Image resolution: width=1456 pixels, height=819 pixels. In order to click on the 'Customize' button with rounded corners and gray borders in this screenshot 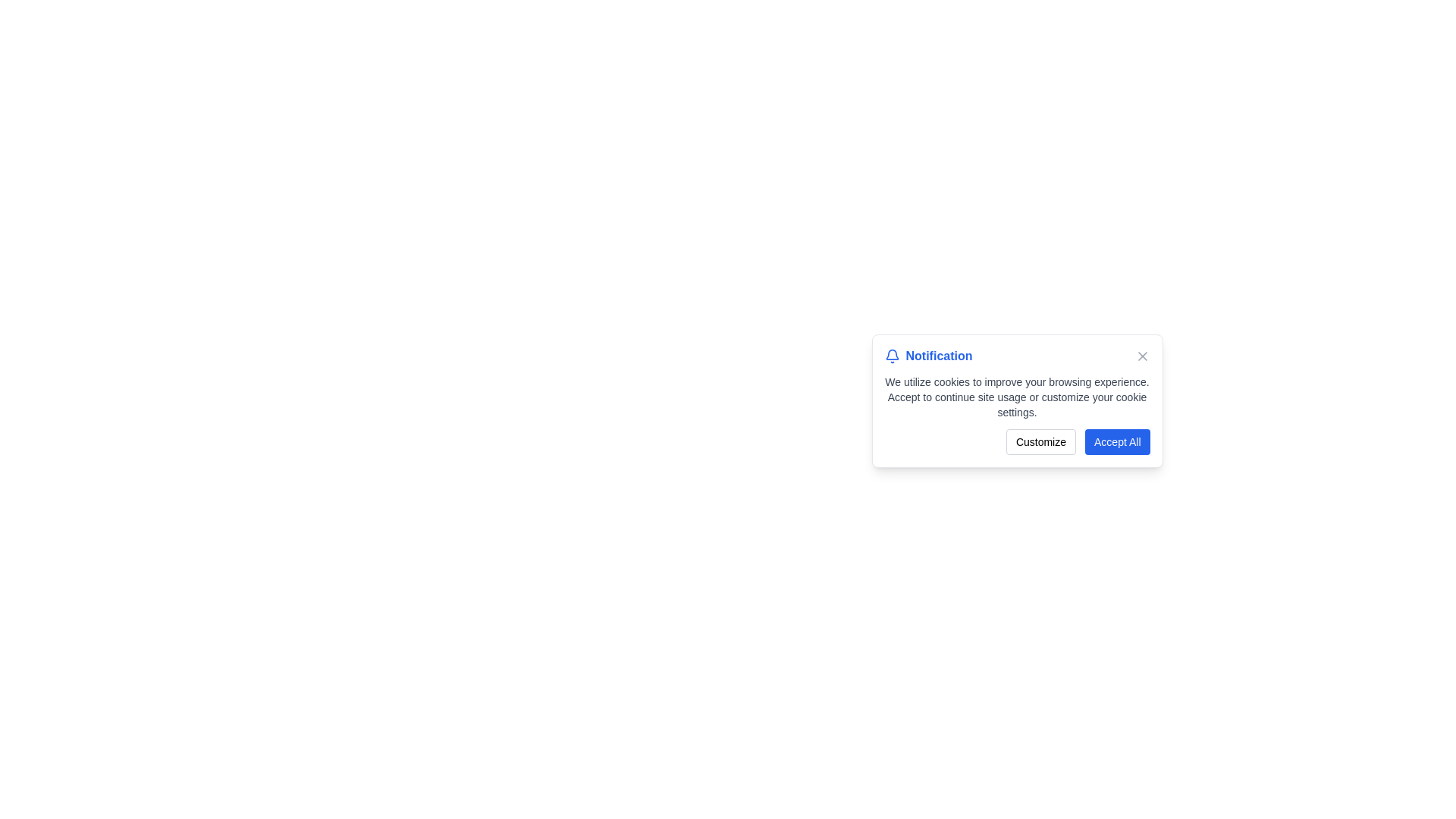, I will do `click(1040, 441)`.